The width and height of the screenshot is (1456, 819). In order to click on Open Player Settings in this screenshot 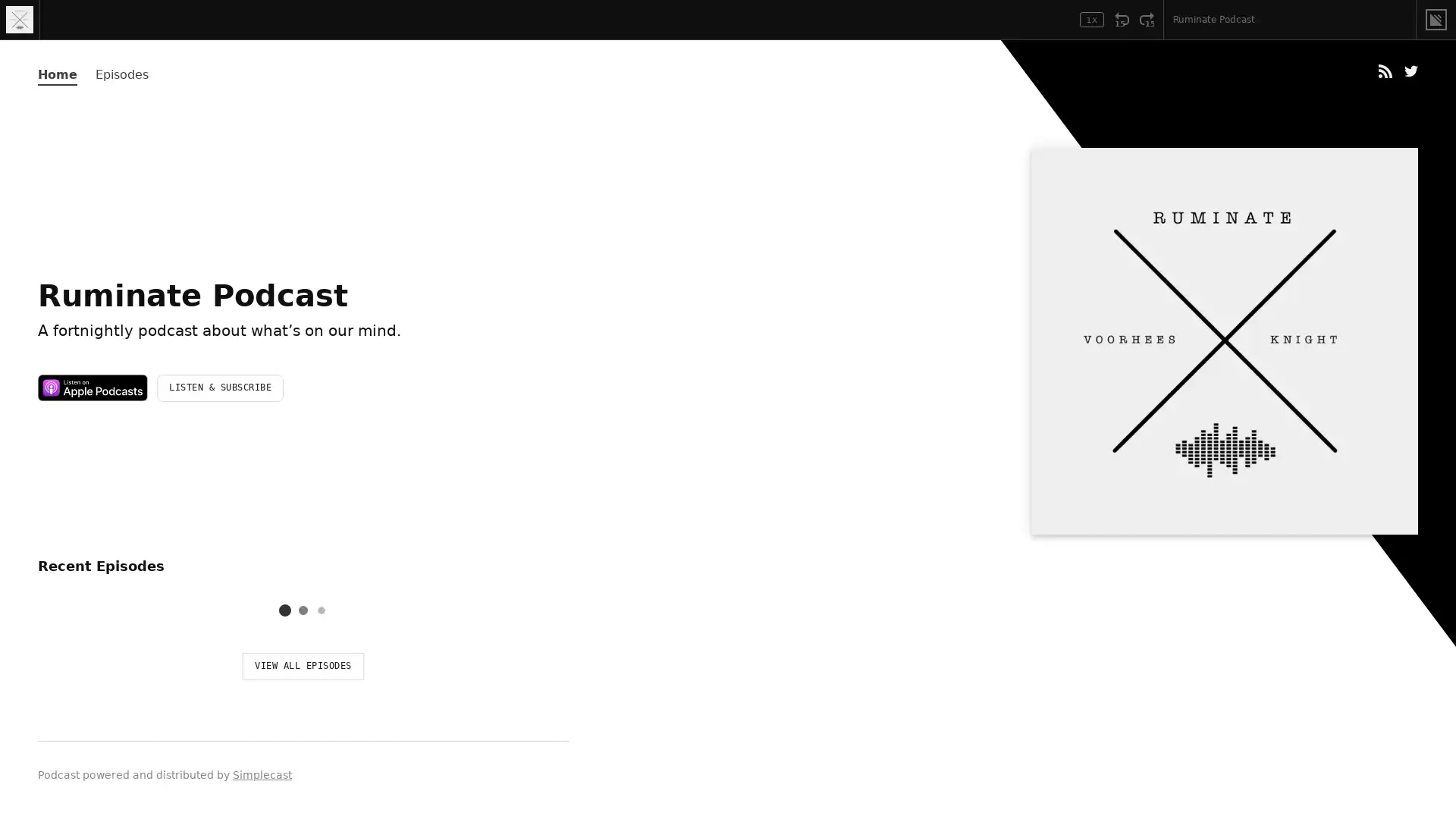, I will do `click(1048, 20)`.